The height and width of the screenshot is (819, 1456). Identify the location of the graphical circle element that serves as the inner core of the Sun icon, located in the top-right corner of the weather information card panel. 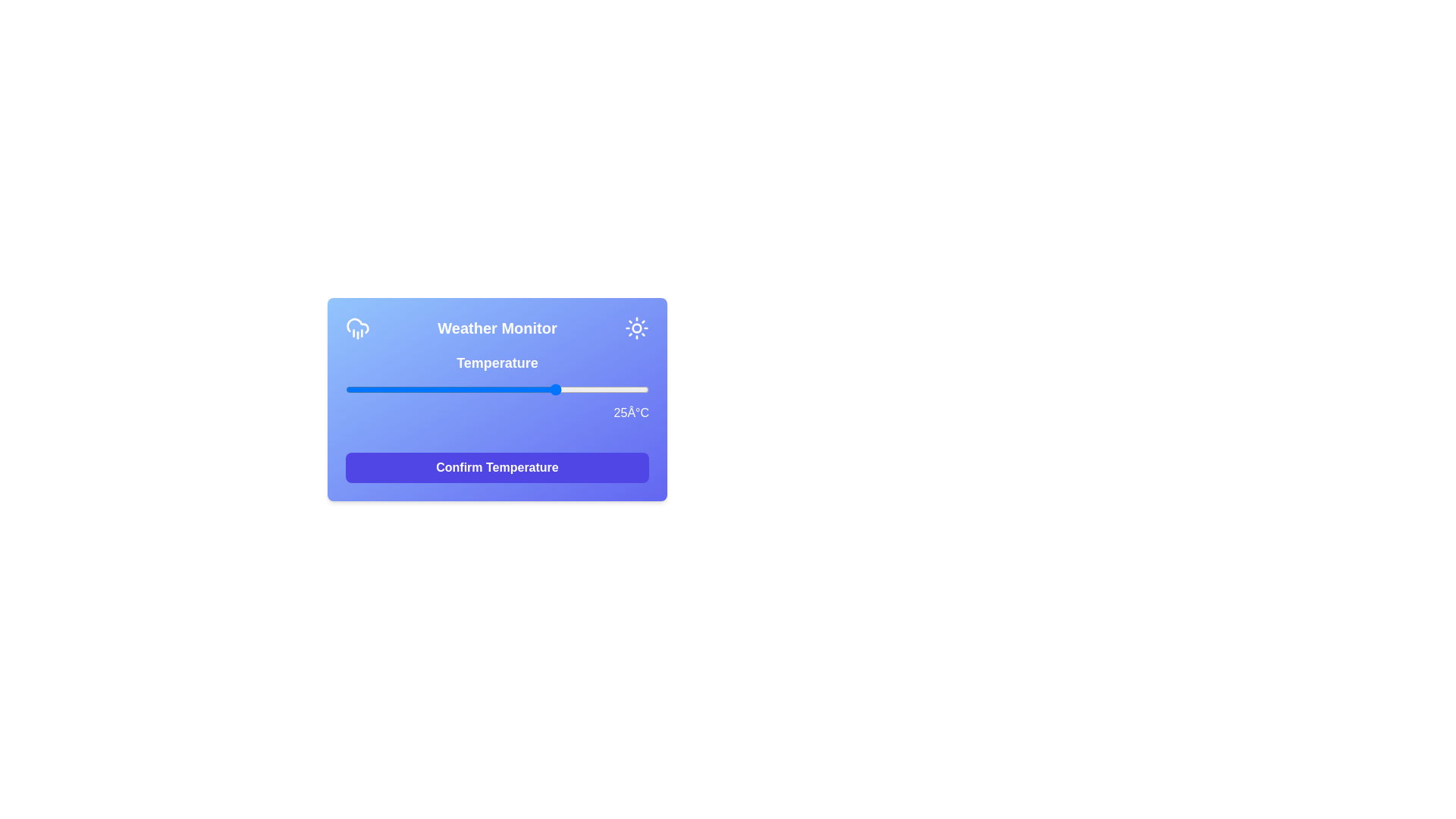
(637, 327).